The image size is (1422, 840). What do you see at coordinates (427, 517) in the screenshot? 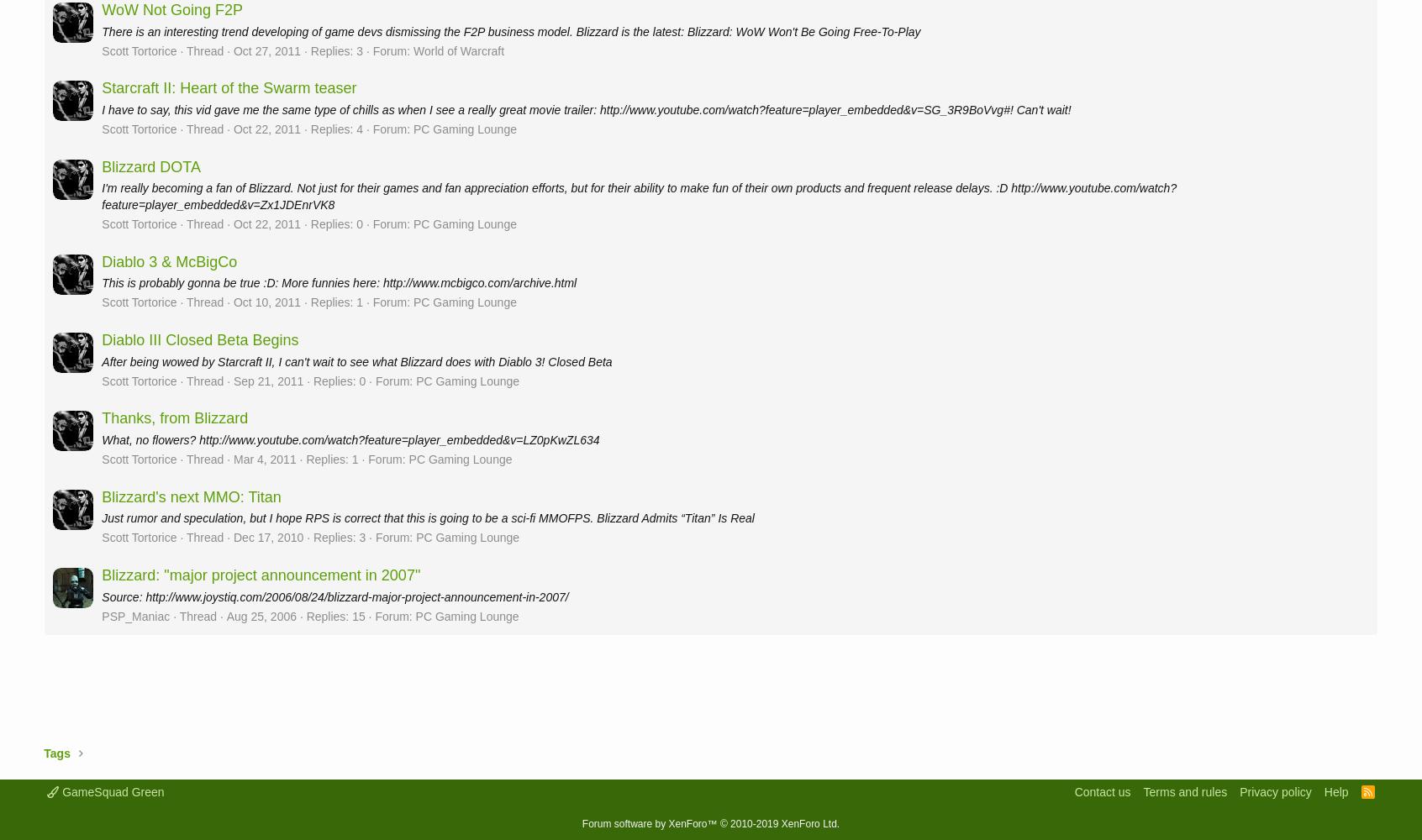
I see `'Just rumor and speculation, but I hope RPS is correct that this is going to be a sci-fi MMOFPS.

Blizzard Admits “Titan” Is Real'` at bounding box center [427, 517].